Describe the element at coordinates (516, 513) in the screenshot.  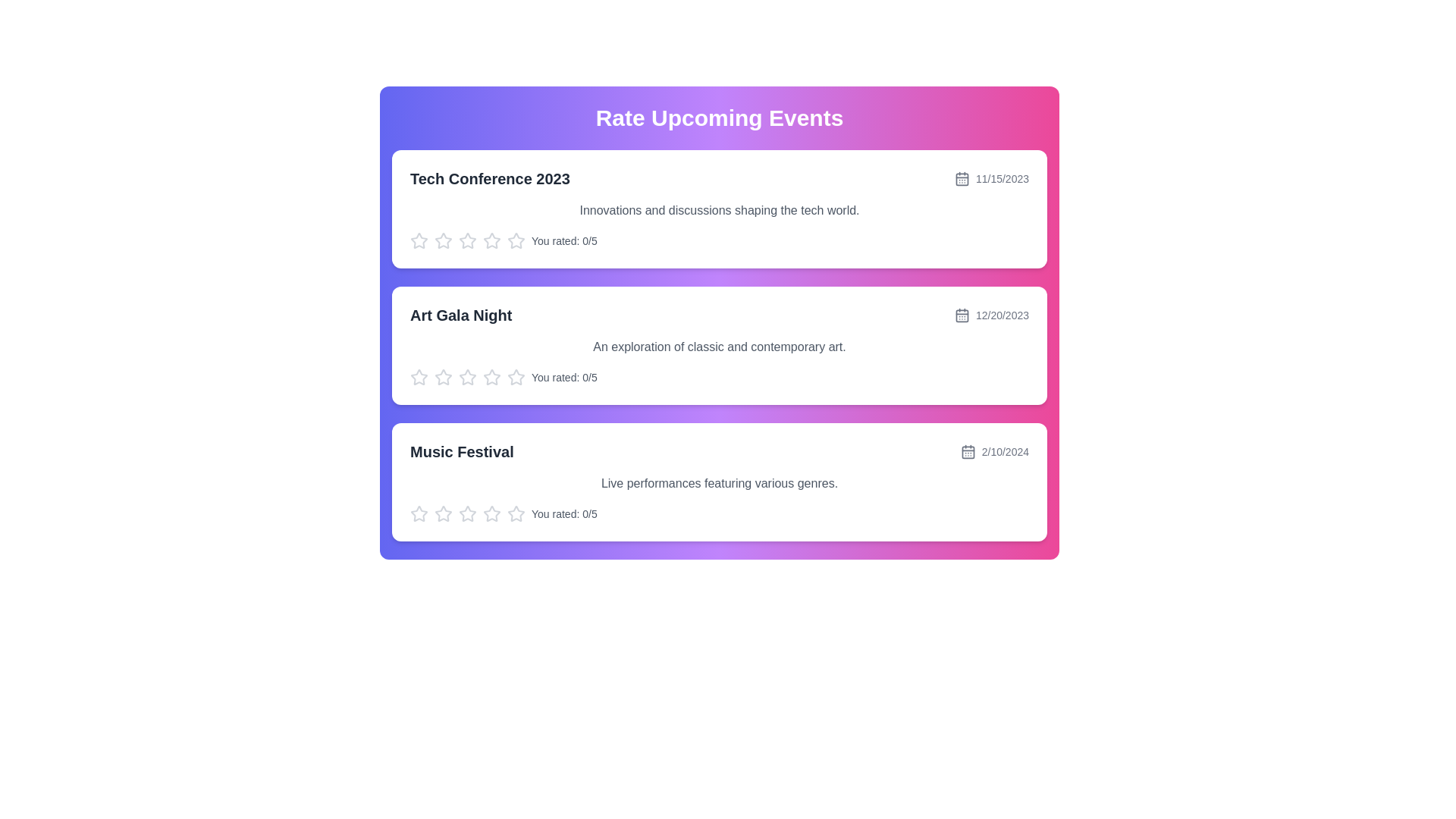
I see `the fifth star icon in the rating widget to give a 5-star rating for the Music Festival event` at that location.